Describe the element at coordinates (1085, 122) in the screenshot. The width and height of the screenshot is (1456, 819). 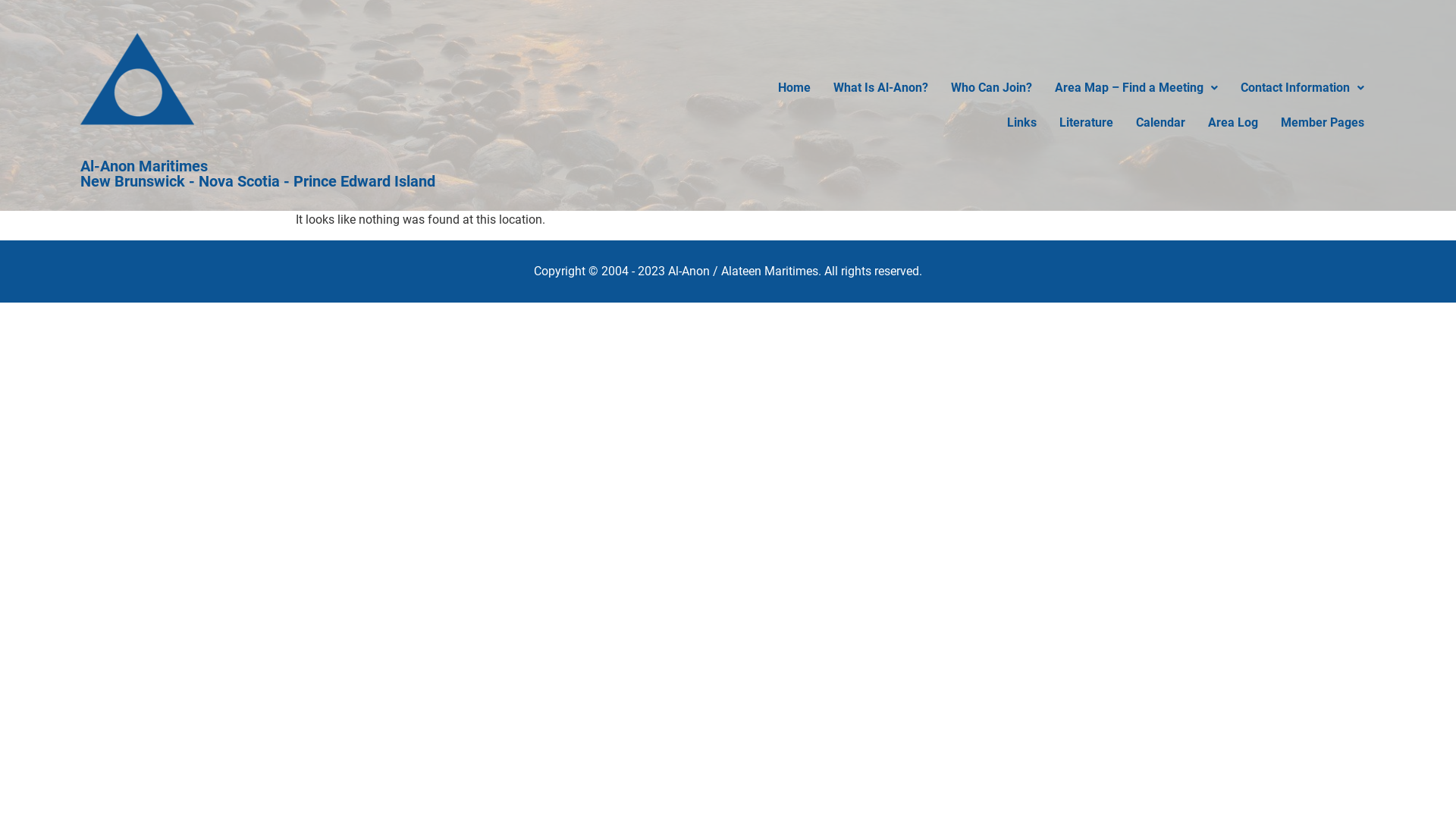
I see `'Literature'` at that location.